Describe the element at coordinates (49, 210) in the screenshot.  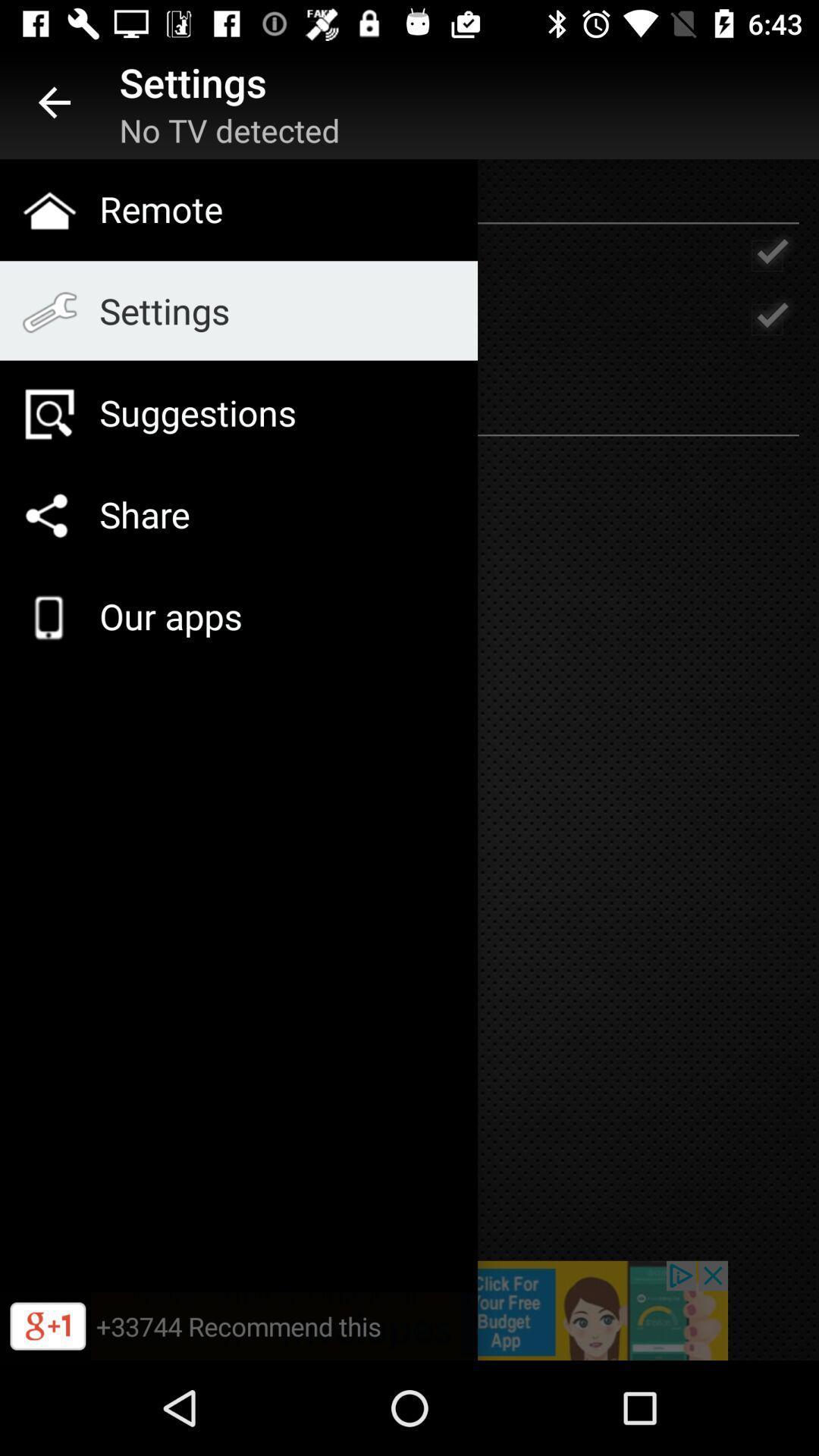
I see `home icon which is on left side of remote` at that location.